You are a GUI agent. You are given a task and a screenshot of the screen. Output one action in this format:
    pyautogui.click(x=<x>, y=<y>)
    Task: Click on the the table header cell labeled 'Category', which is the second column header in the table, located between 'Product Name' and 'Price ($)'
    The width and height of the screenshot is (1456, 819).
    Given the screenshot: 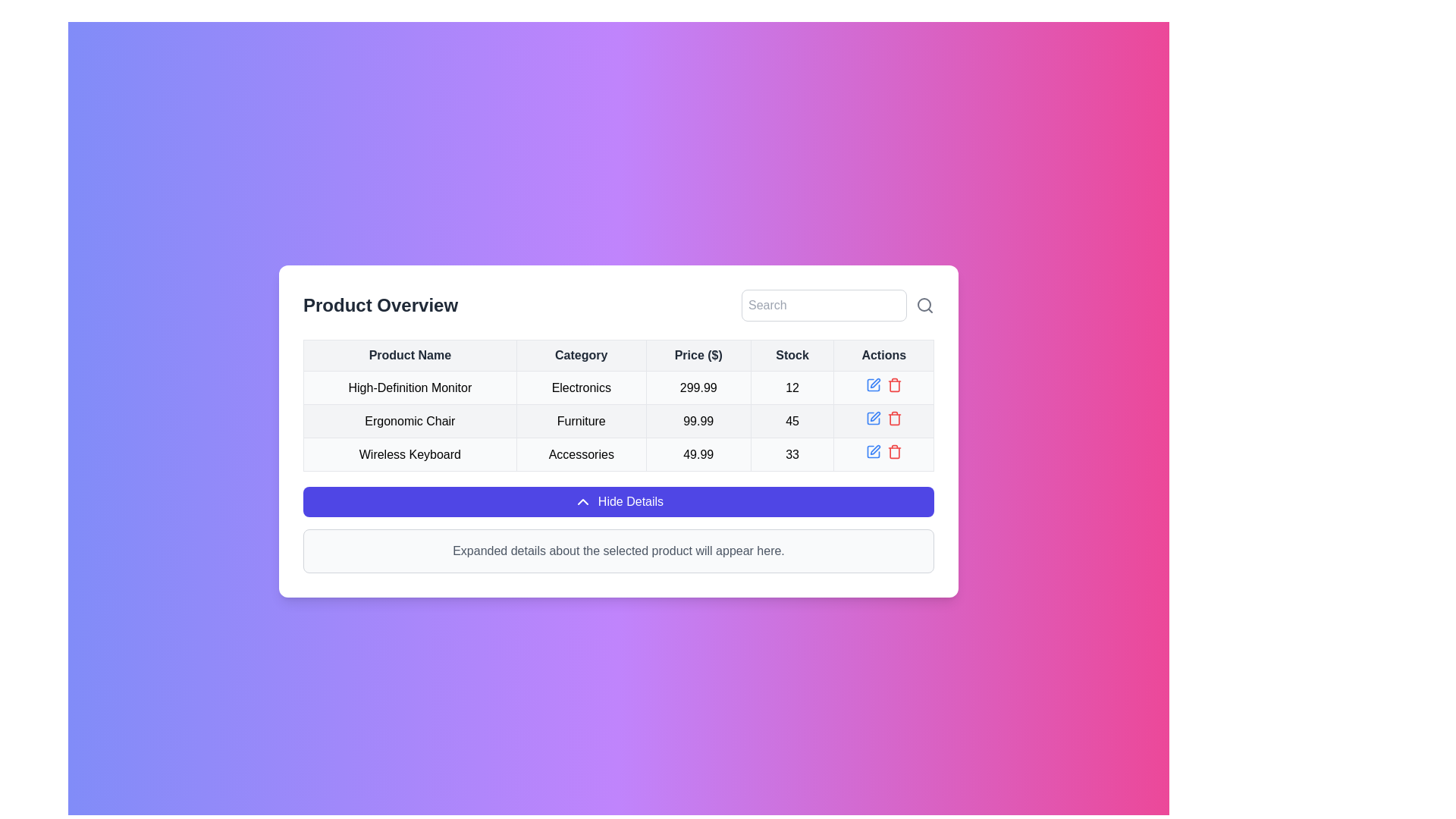 What is the action you would take?
    pyautogui.click(x=580, y=356)
    